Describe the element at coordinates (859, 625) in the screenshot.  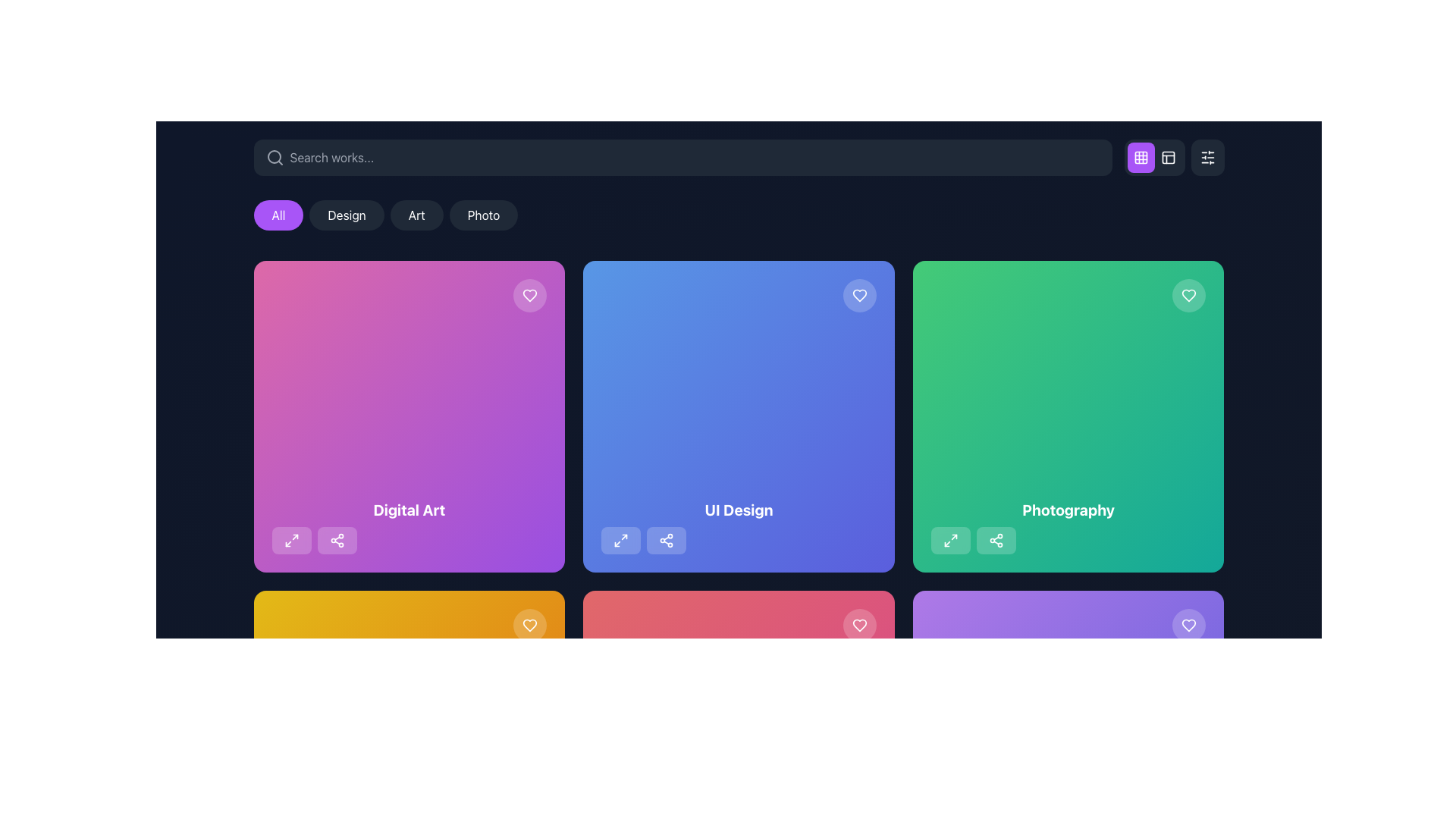
I see `the unique heart icon button located in the bottom-right corner of the red rectangular tile to like or favorite the item` at that location.